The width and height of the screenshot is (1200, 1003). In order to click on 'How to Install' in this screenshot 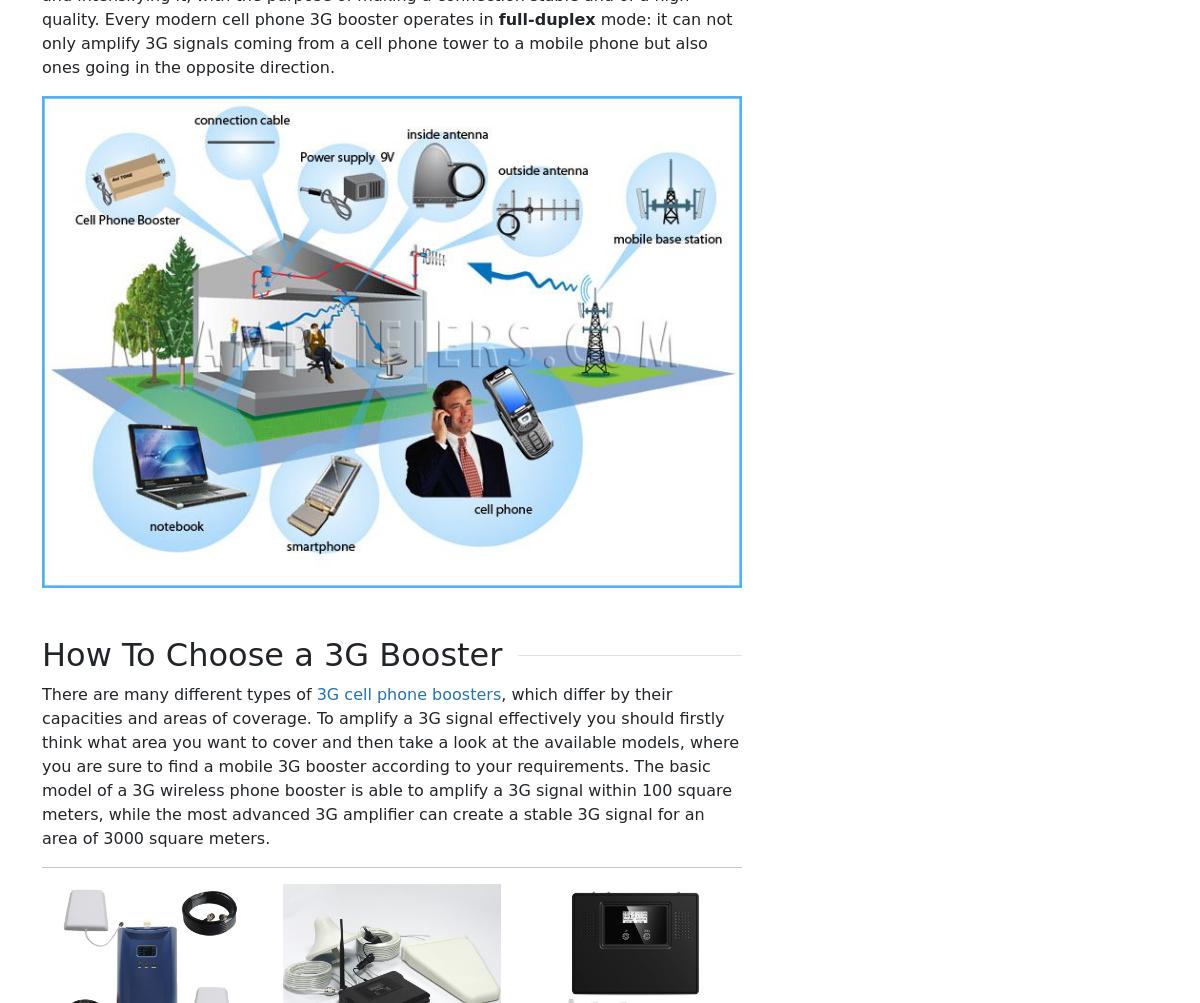, I will do `click(944, 558)`.